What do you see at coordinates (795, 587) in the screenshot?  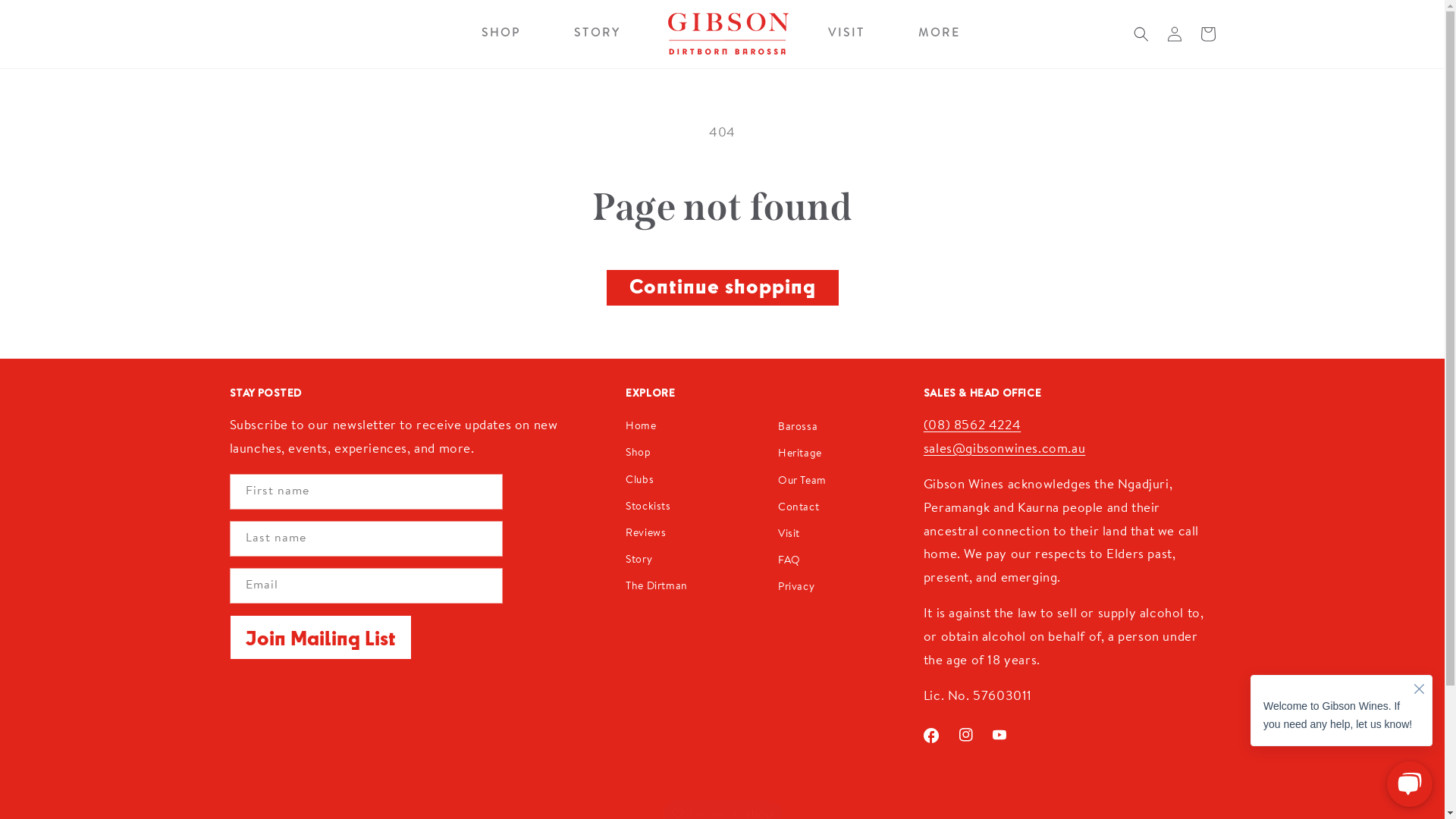 I see `'Privacy'` at bounding box center [795, 587].